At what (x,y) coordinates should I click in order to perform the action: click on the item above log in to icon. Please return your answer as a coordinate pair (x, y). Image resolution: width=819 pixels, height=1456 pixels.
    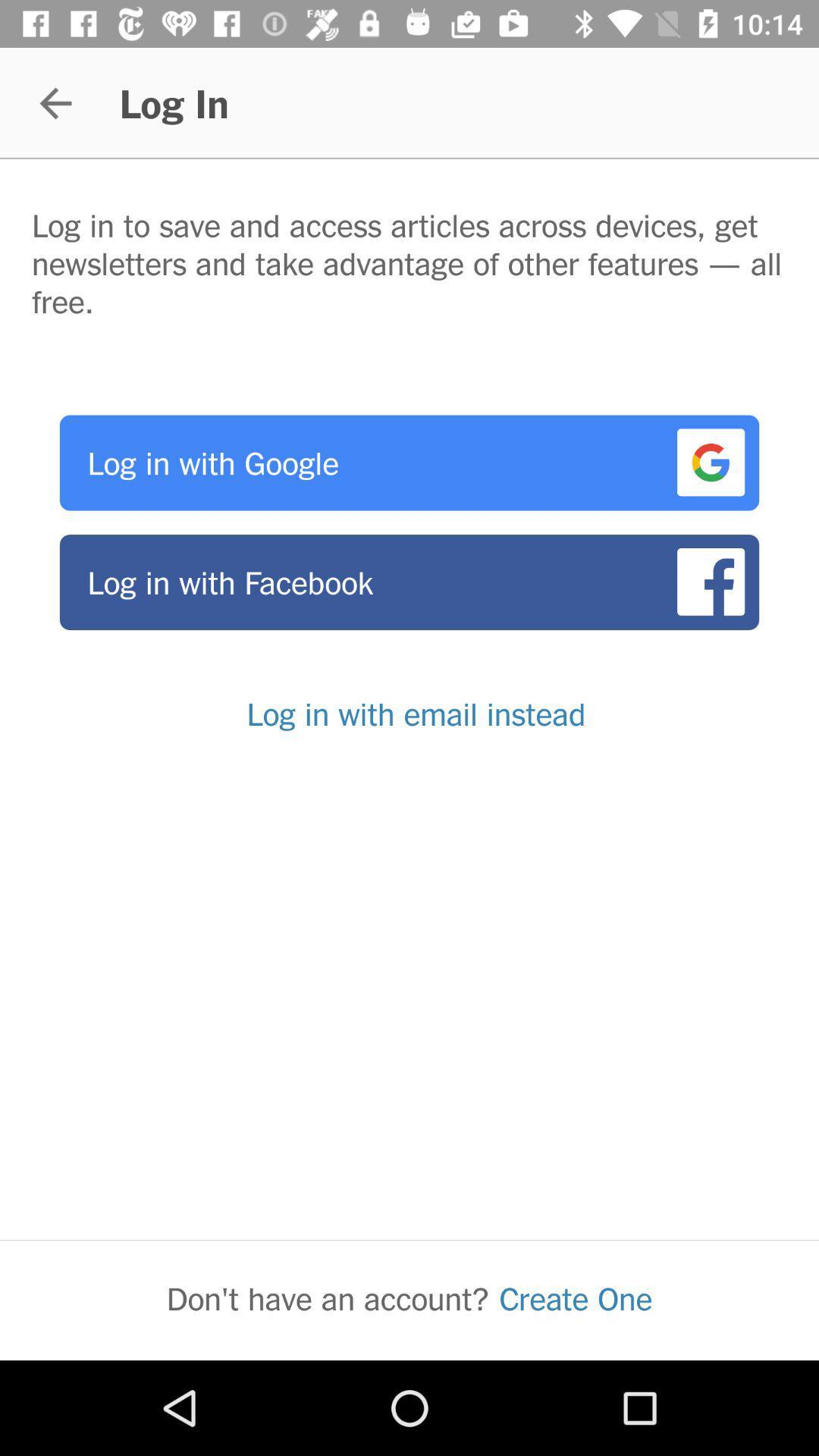
    Looking at the image, I should click on (55, 102).